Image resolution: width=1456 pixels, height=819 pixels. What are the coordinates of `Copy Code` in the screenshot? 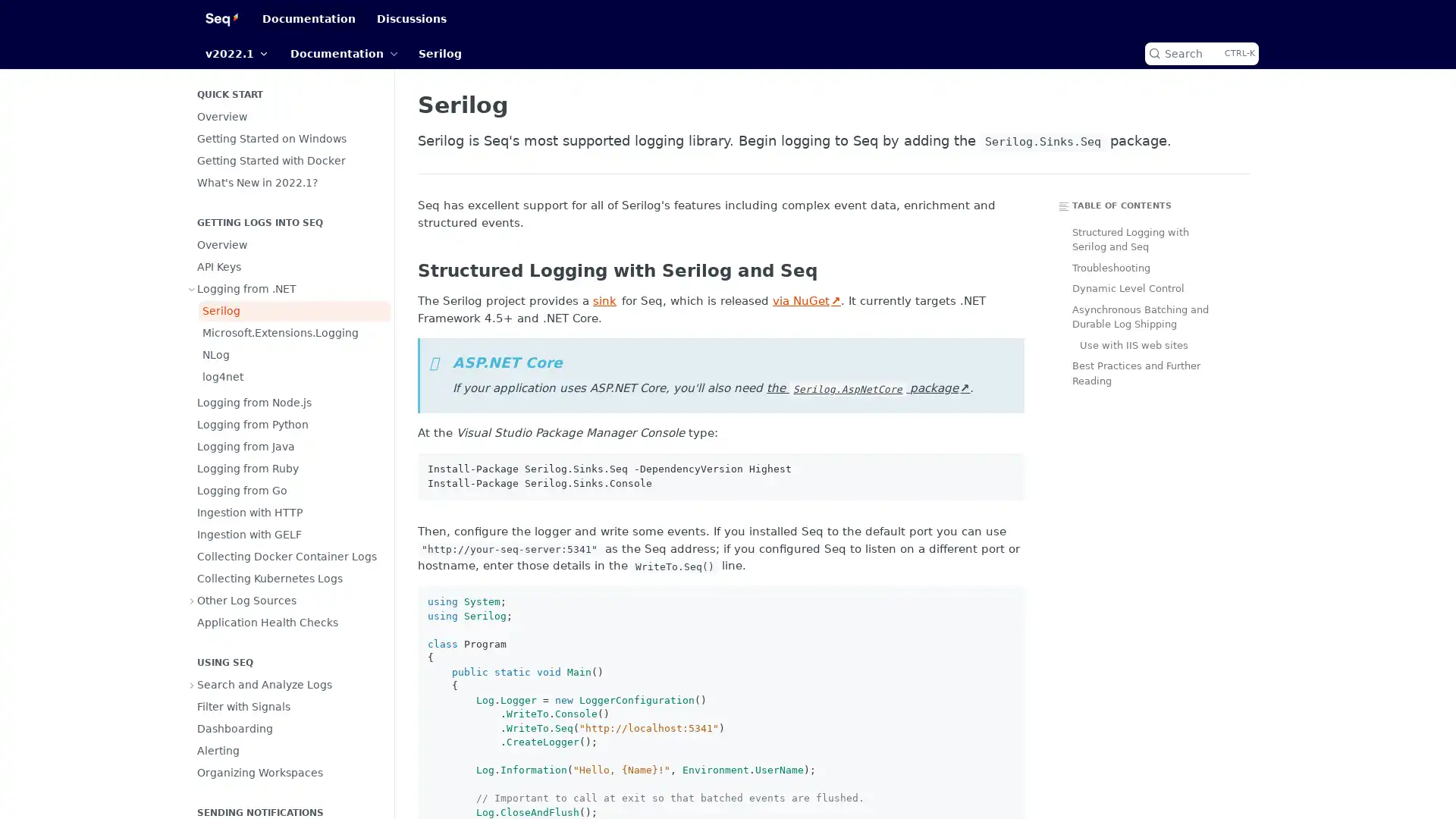 It's located at (1007, 601).